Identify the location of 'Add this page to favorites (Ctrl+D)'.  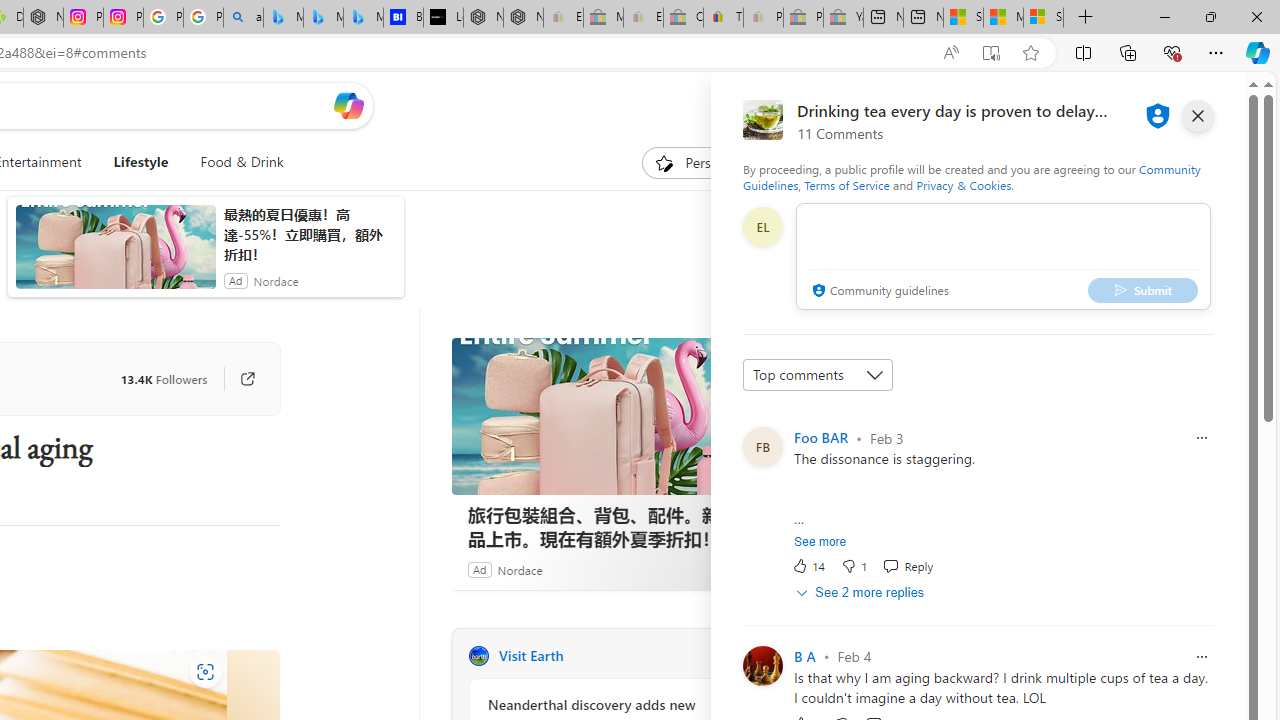
(1031, 52).